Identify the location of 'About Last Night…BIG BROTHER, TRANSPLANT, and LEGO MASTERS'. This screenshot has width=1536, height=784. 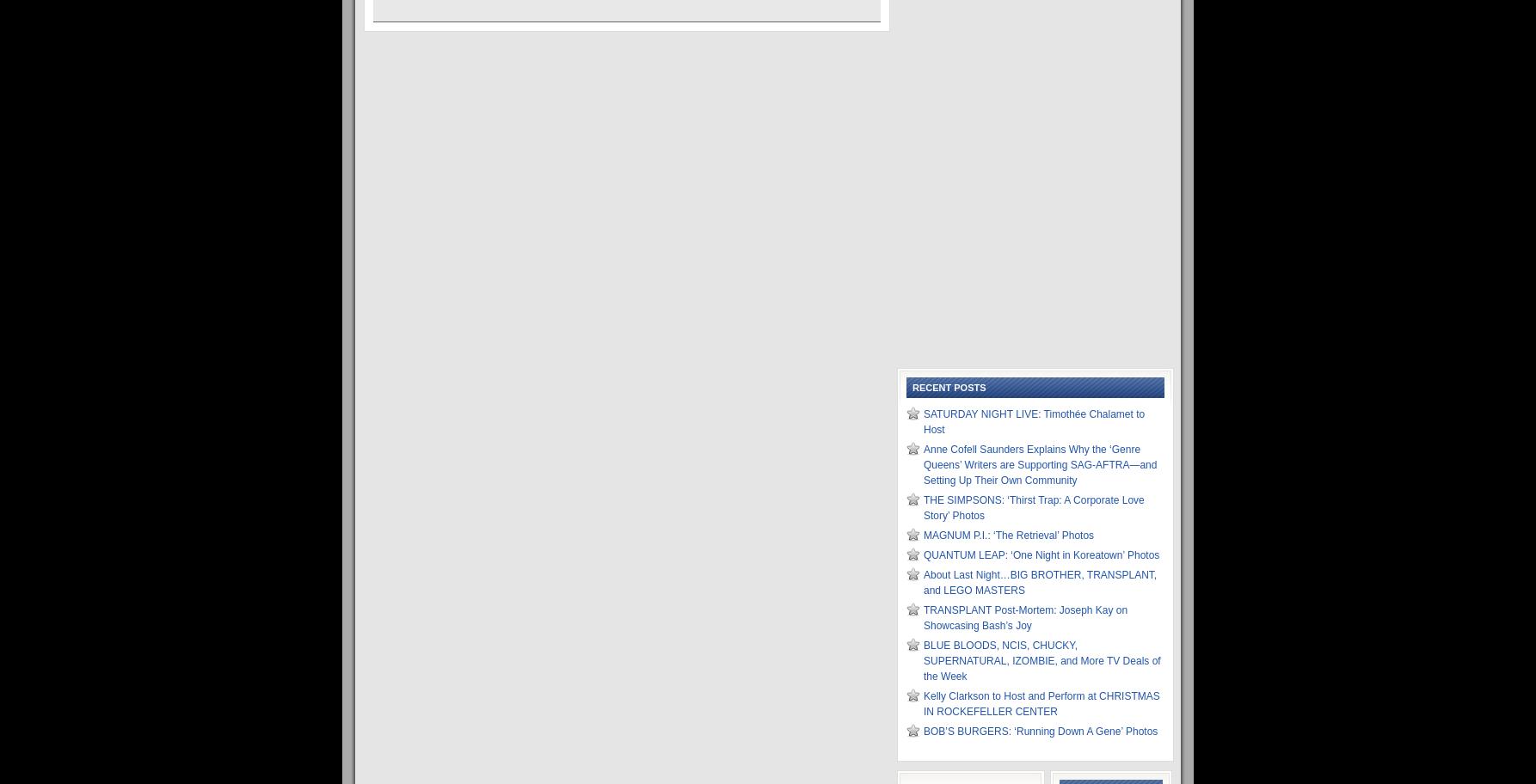
(922, 581).